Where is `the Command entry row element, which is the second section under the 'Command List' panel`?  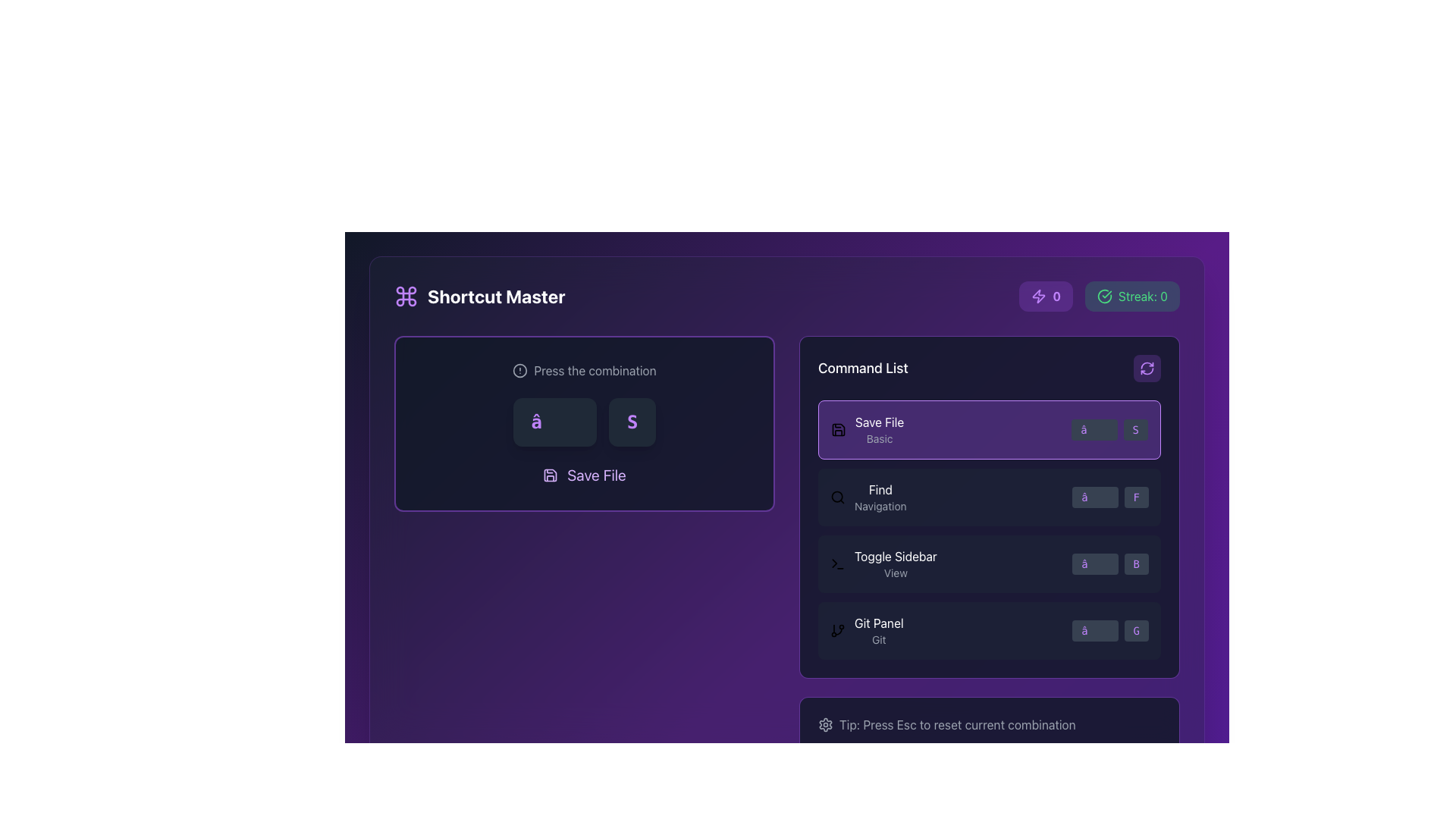
the Command entry row element, which is the second section under the 'Command List' panel is located at coordinates (990, 497).